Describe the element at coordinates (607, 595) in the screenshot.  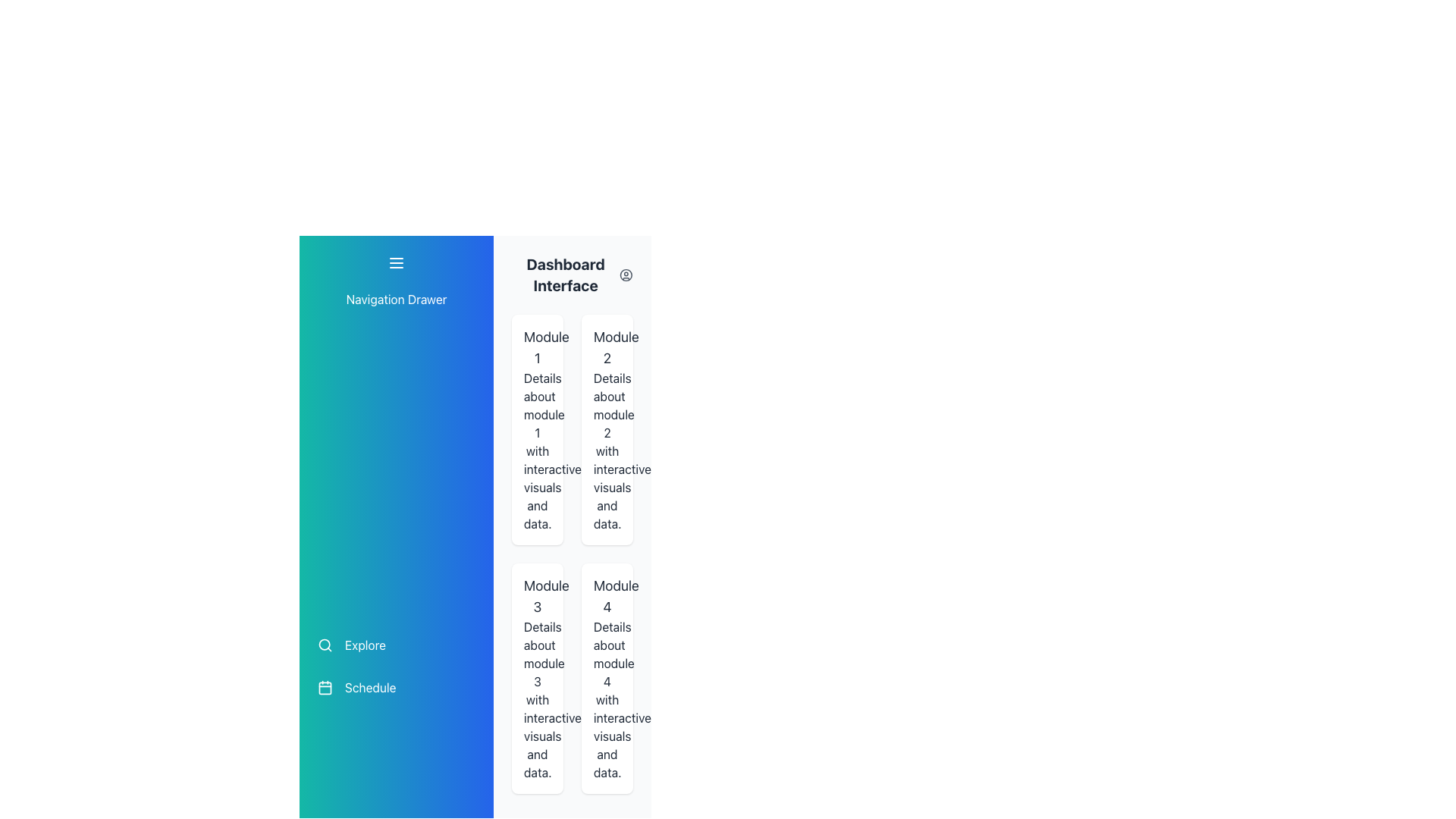
I see `text label displaying 'Module 4' located in the fourth module card from the top on the right-hand section of the interface` at that location.